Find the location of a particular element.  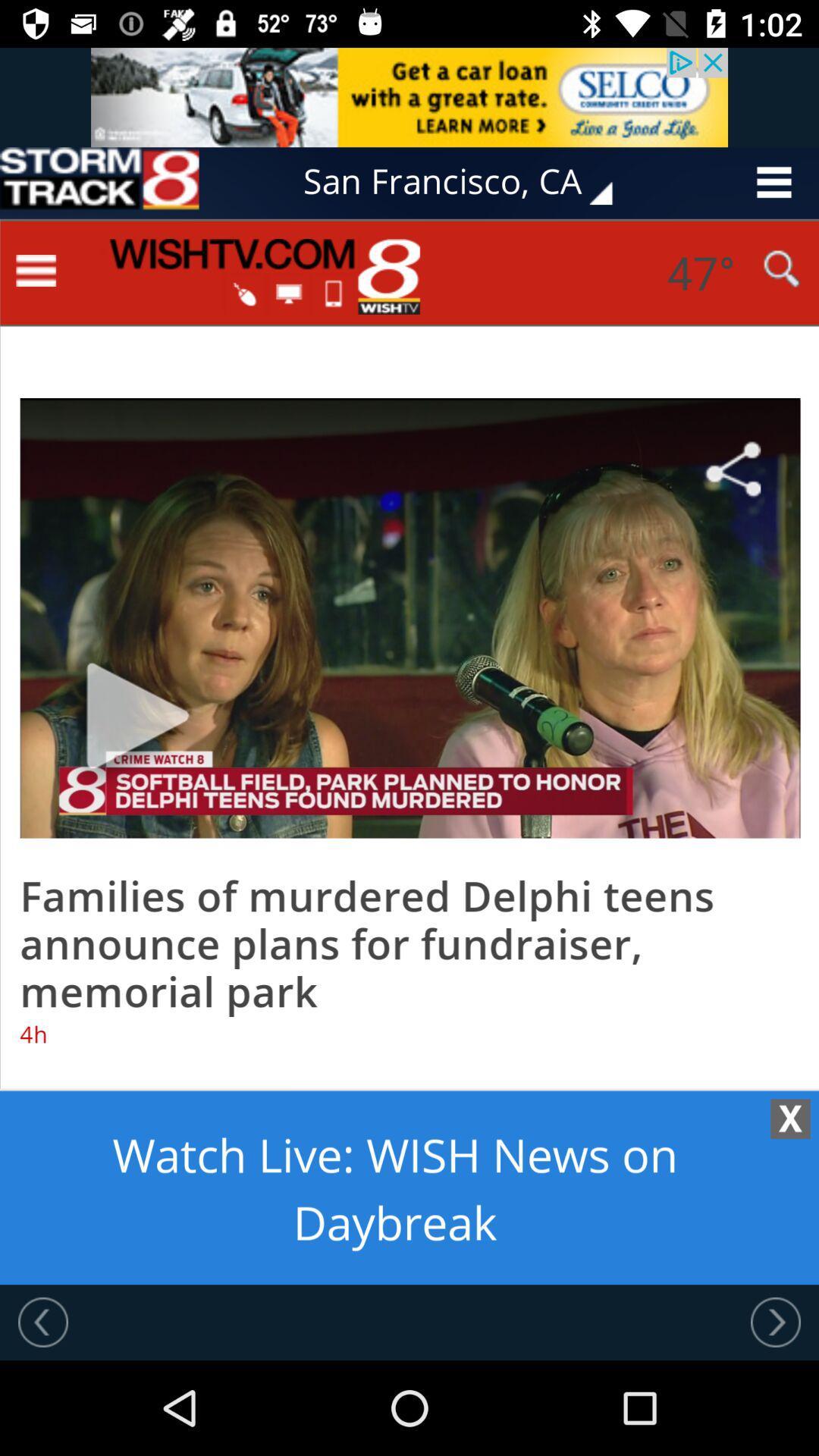

rewind button is located at coordinates (42, 1321).